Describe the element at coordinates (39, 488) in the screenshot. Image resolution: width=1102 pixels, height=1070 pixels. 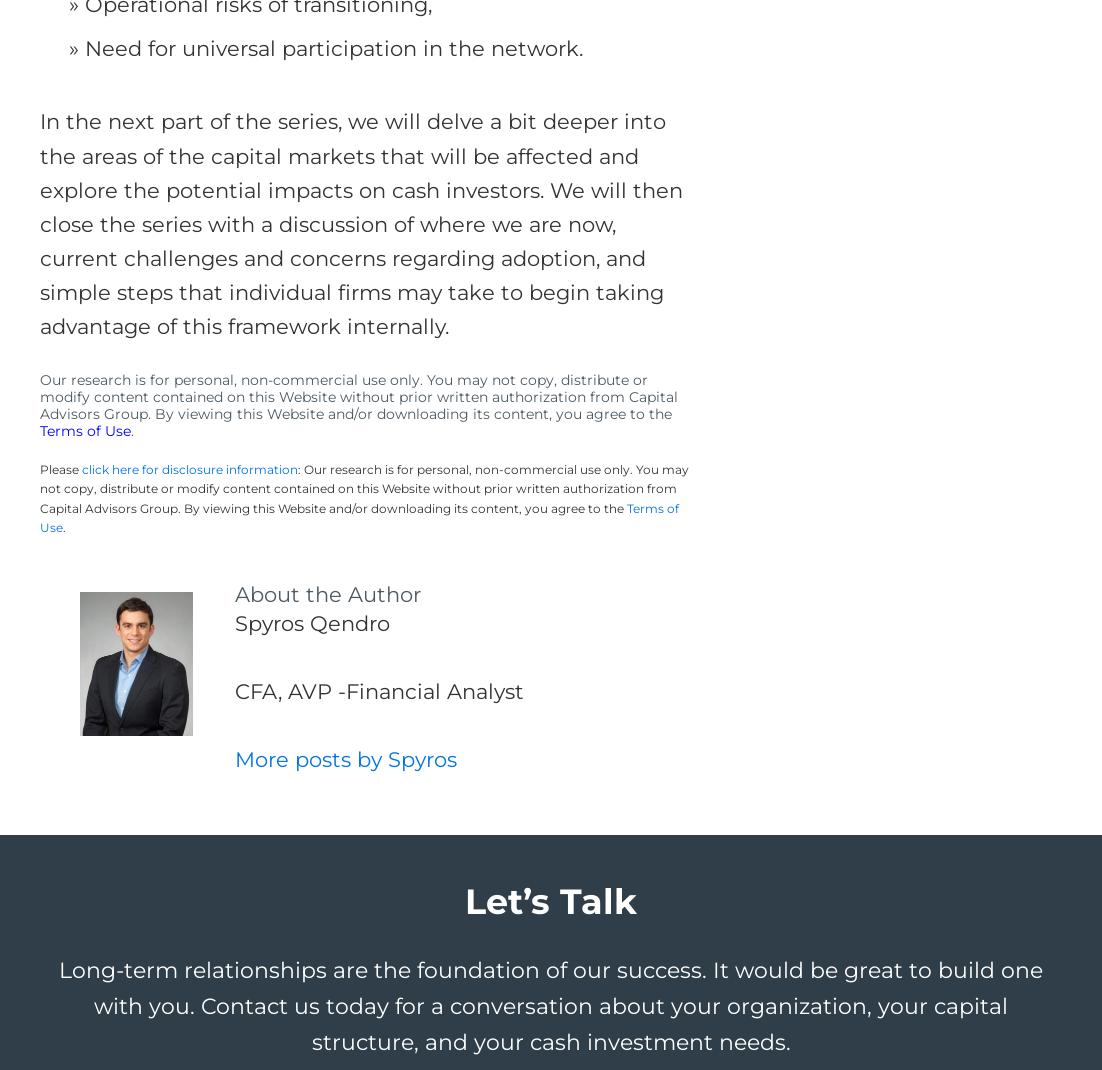
I see `': Our research is for personal, non-commercial use only. You may not copy, distribute or modify content contained on this Website without prior written authorization from Capital Advisors Group. By viewing this Website and/or downloading its content, you agree to the'` at that location.